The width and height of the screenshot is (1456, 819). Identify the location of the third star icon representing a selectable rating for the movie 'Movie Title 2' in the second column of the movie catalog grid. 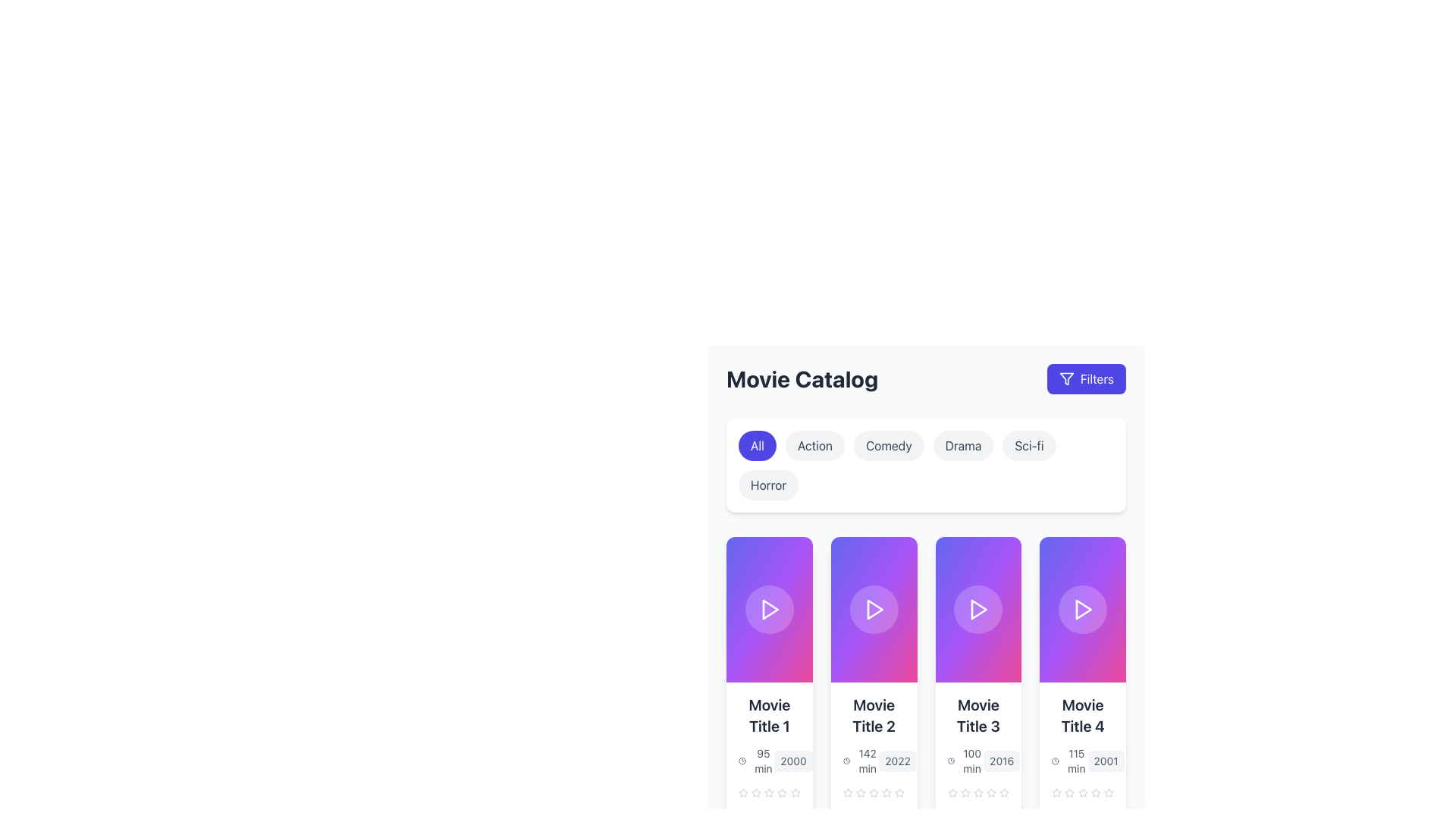
(874, 792).